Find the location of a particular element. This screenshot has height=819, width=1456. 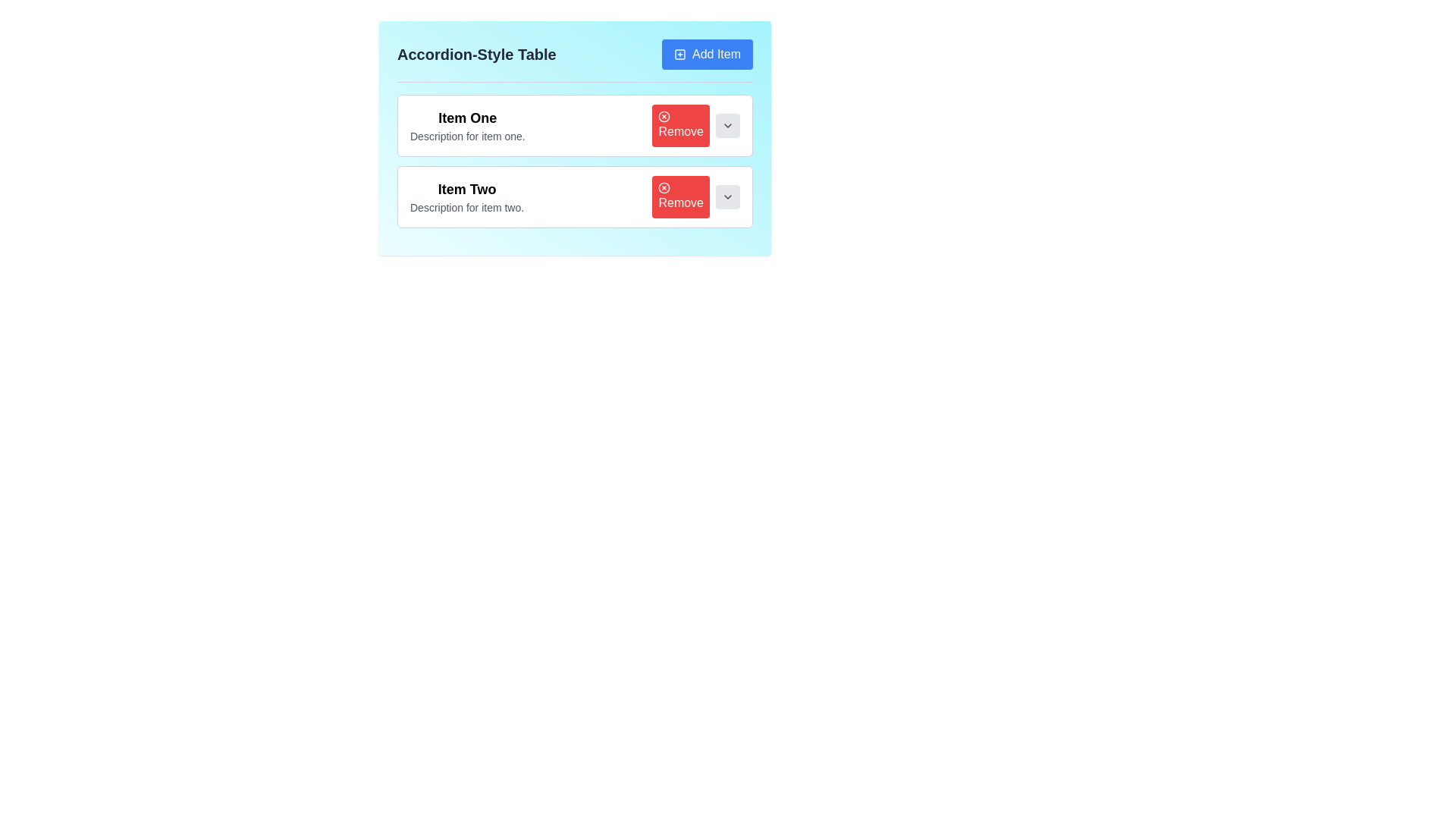

the downwards chevron arrow icon located on the right side of the 'Item Two' row is located at coordinates (728, 124).